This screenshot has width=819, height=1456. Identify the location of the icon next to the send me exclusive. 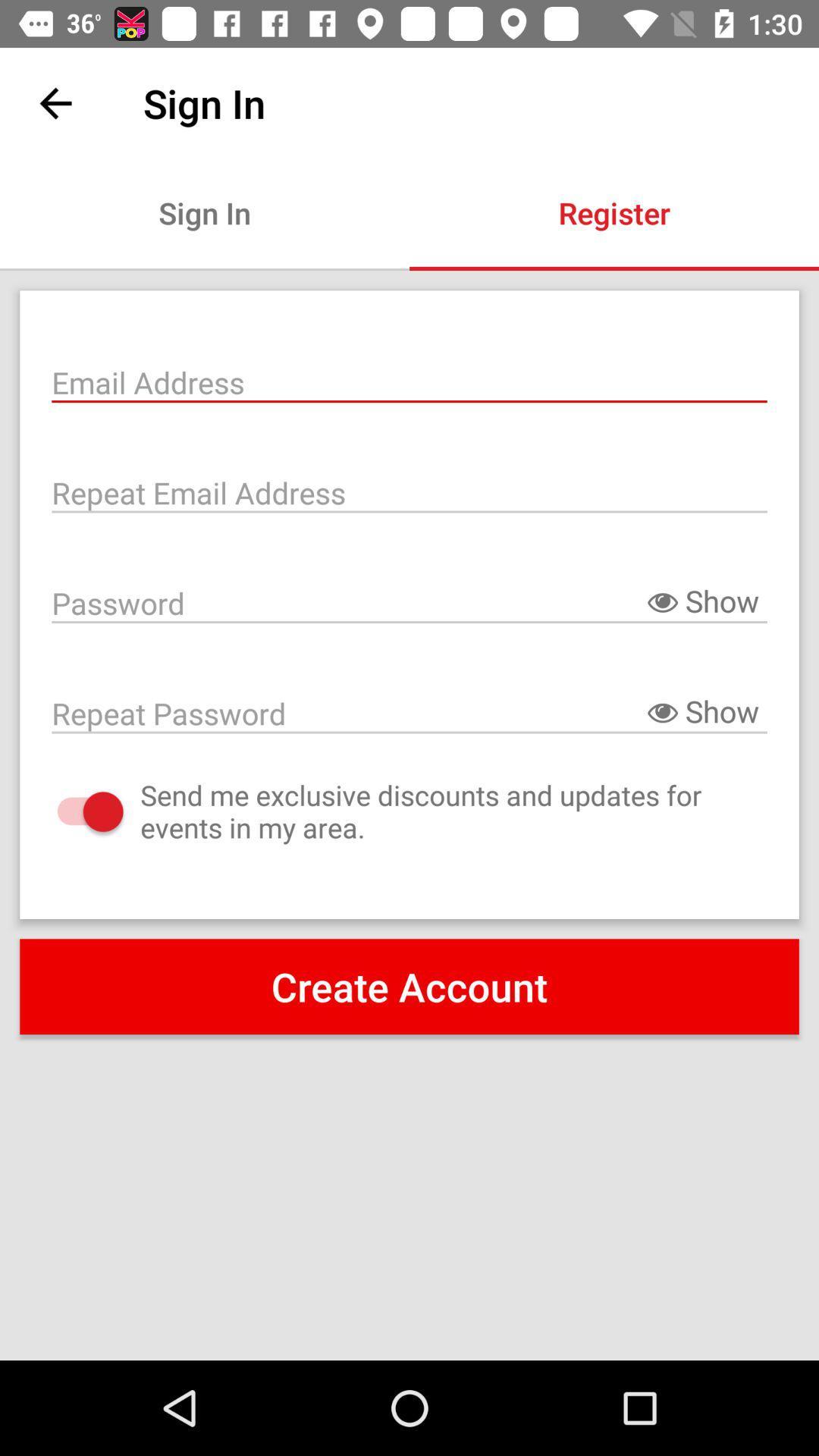
(75, 811).